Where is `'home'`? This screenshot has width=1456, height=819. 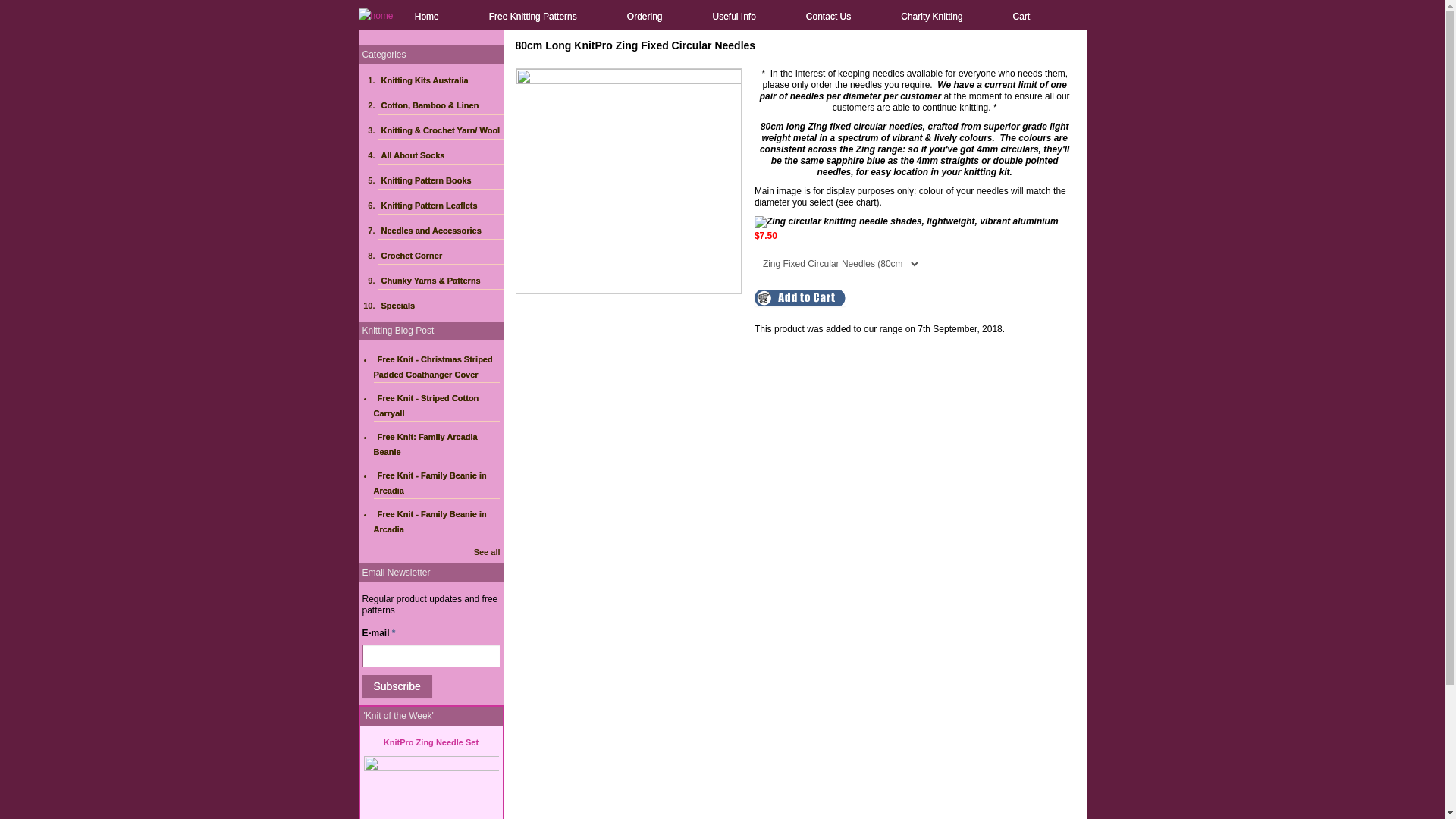
'home' is located at coordinates (375, 14).